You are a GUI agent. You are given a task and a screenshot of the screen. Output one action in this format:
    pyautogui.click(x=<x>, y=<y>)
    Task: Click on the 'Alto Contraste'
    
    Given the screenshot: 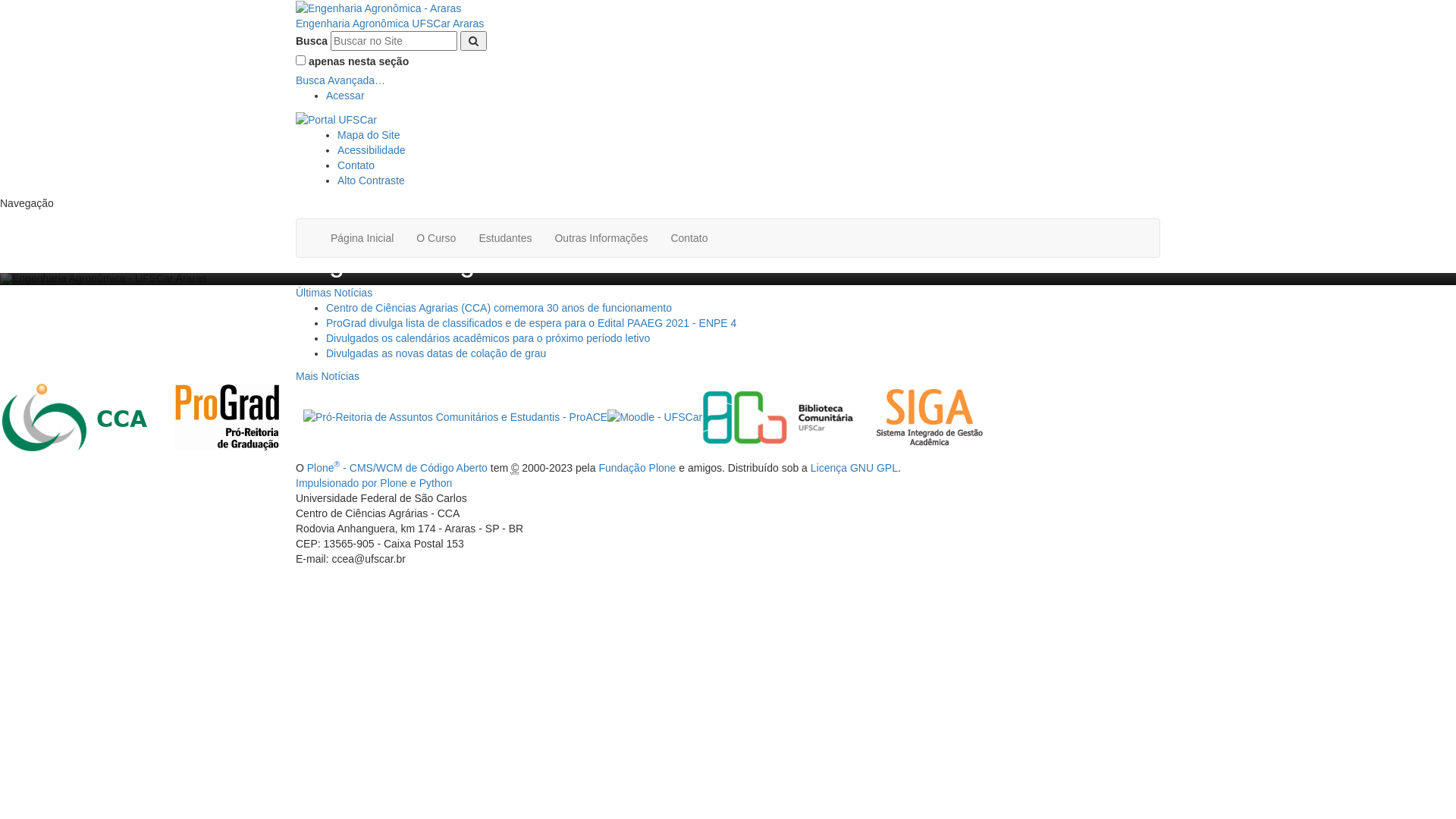 What is the action you would take?
    pyautogui.click(x=371, y=180)
    